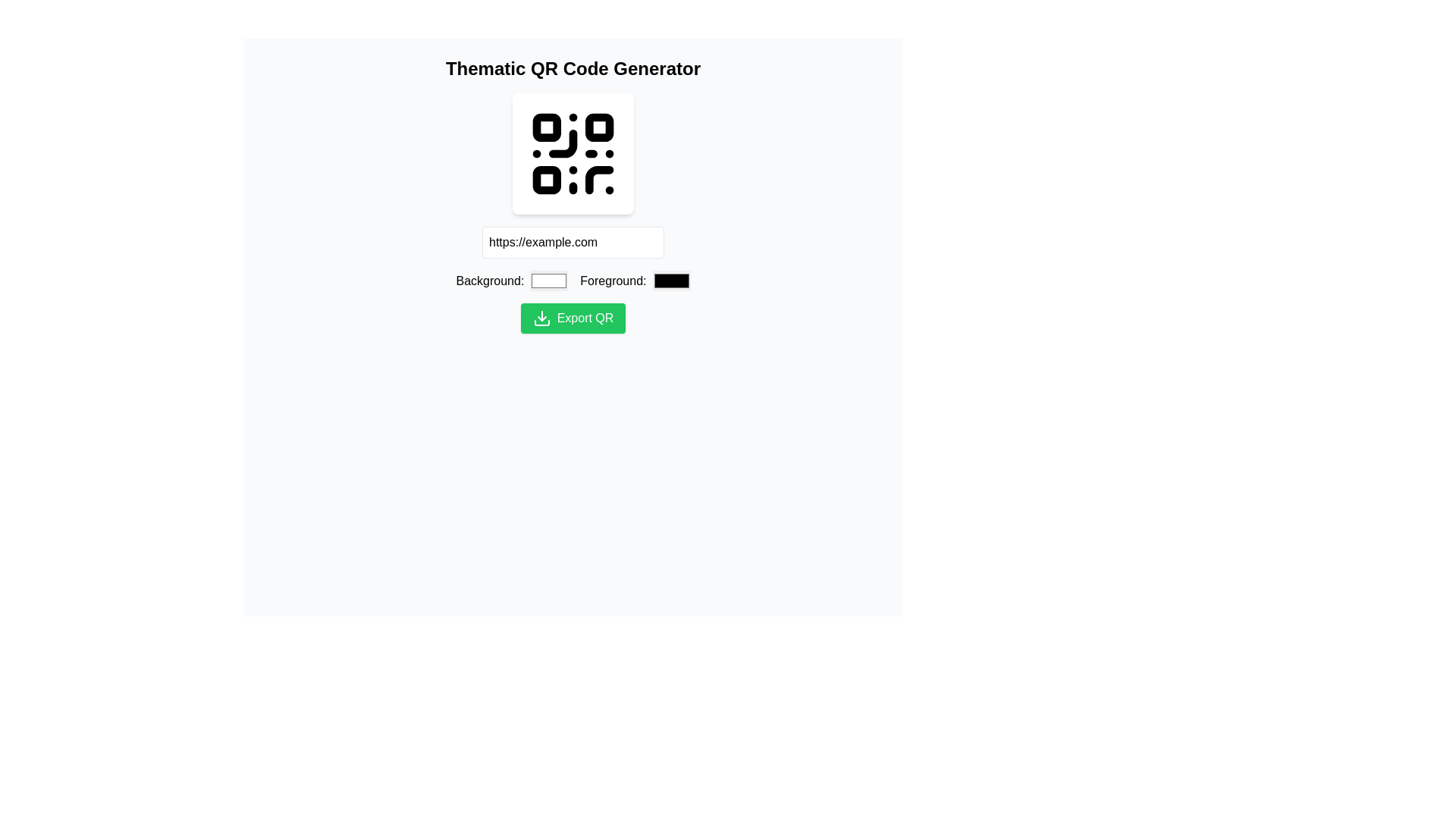  What do you see at coordinates (670, 281) in the screenshot?
I see `the rectangular black color input box located to the right of the 'Foreground:' label for preview interaction` at bounding box center [670, 281].